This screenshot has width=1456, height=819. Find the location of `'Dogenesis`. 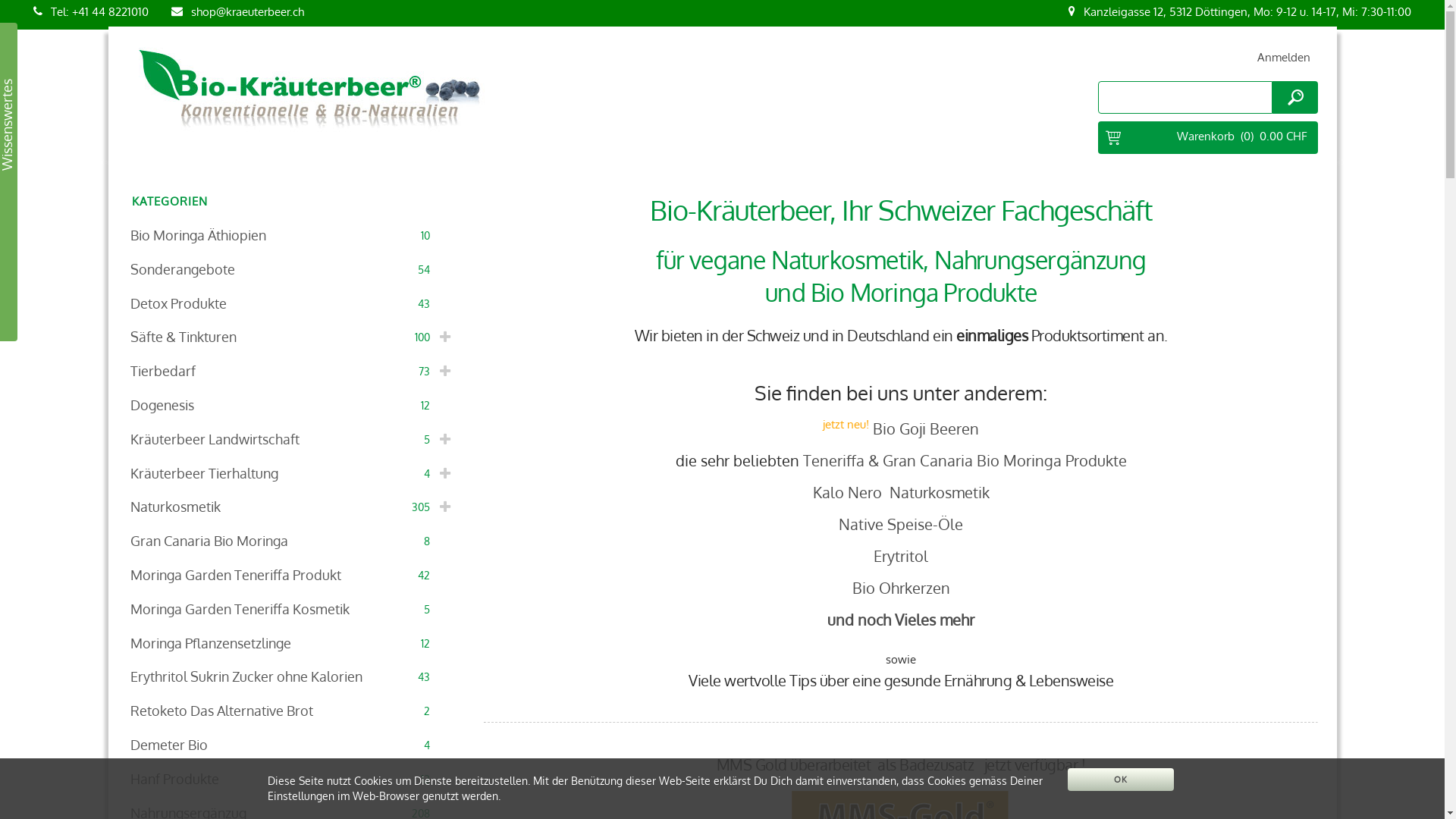

'Dogenesis is located at coordinates (293, 404).